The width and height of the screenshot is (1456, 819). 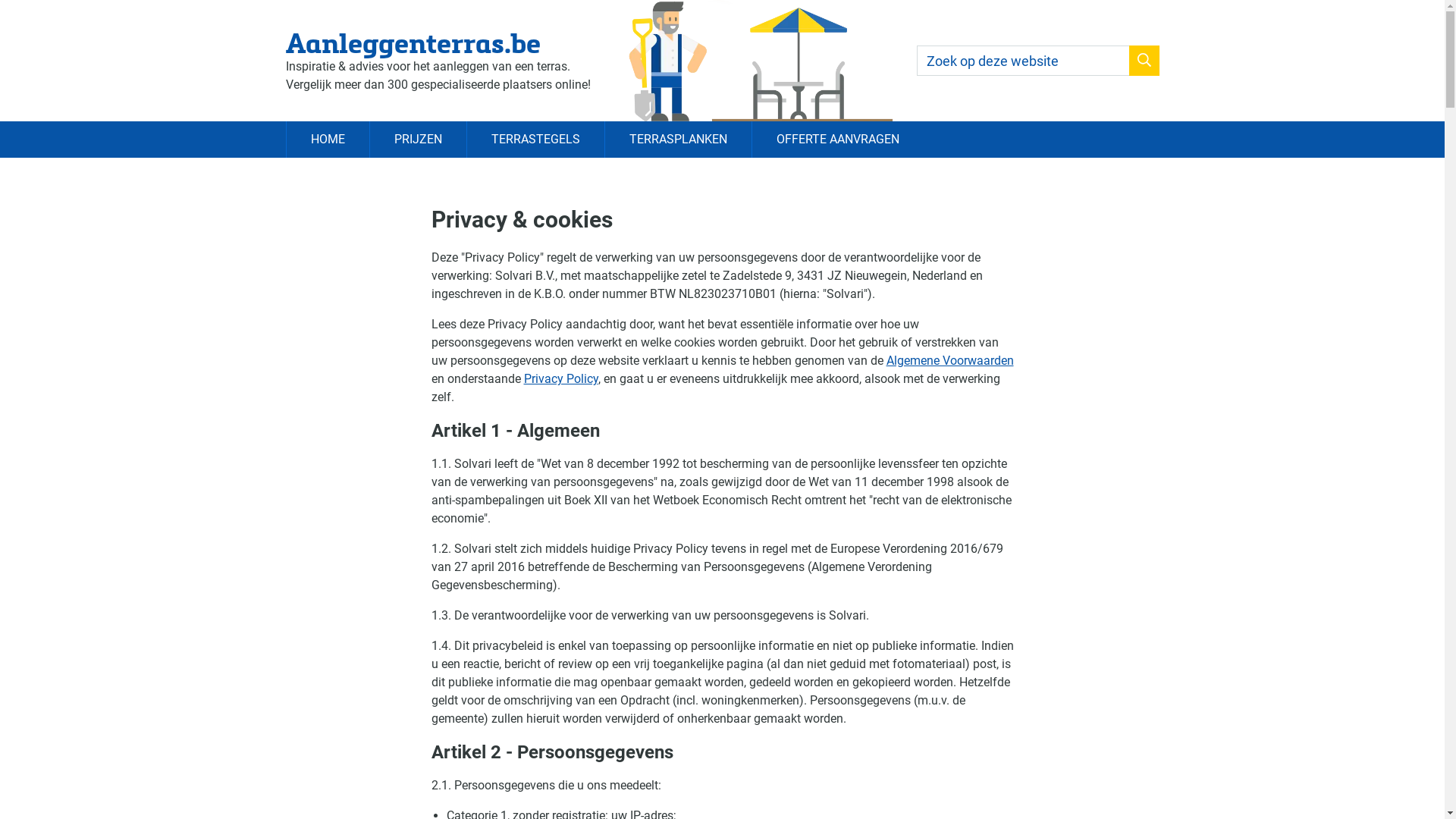 I want to click on 'PRIJZEN', so click(x=417, y=140).